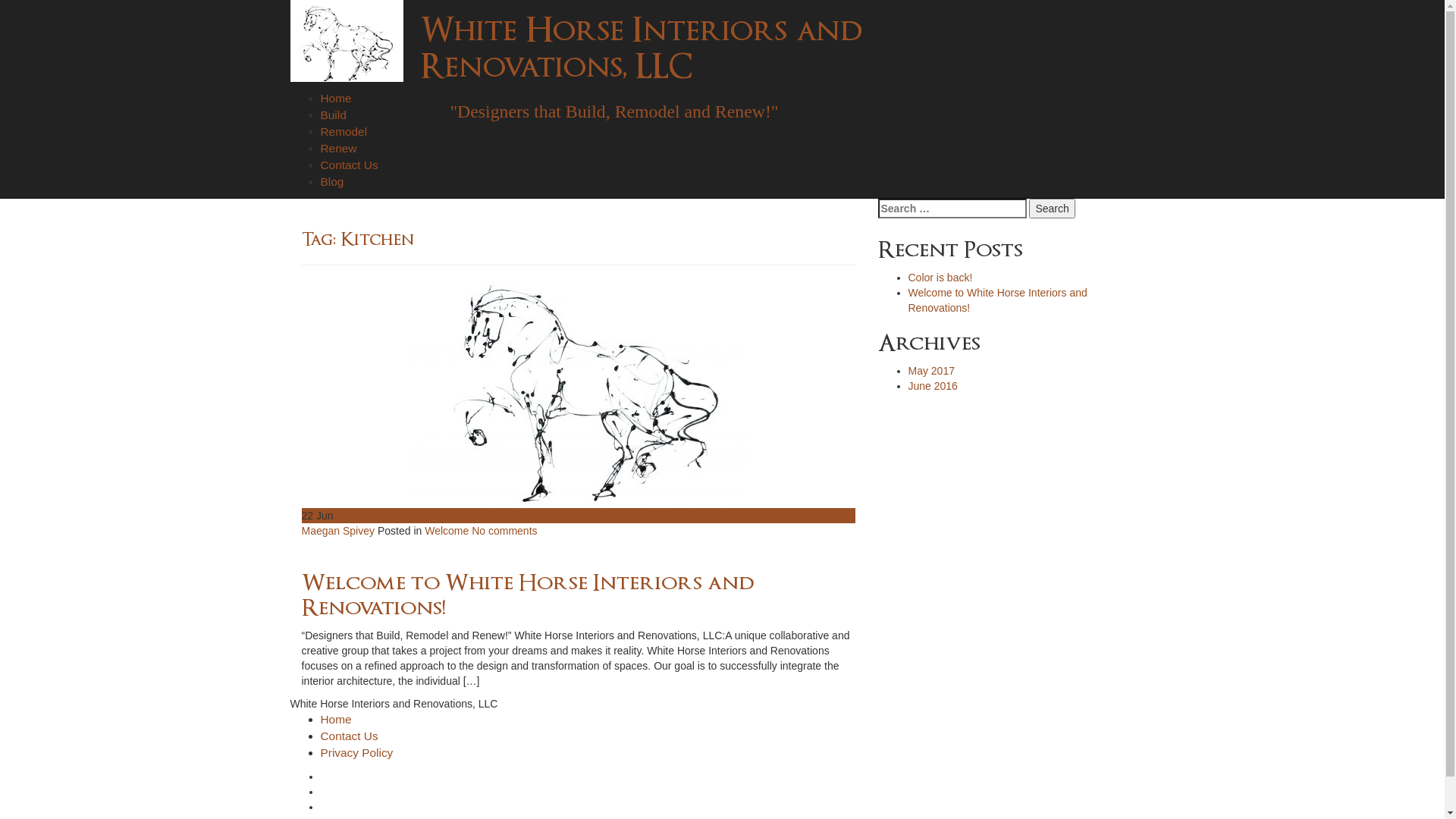  I want to click on 'Search', so click(1051, 208).